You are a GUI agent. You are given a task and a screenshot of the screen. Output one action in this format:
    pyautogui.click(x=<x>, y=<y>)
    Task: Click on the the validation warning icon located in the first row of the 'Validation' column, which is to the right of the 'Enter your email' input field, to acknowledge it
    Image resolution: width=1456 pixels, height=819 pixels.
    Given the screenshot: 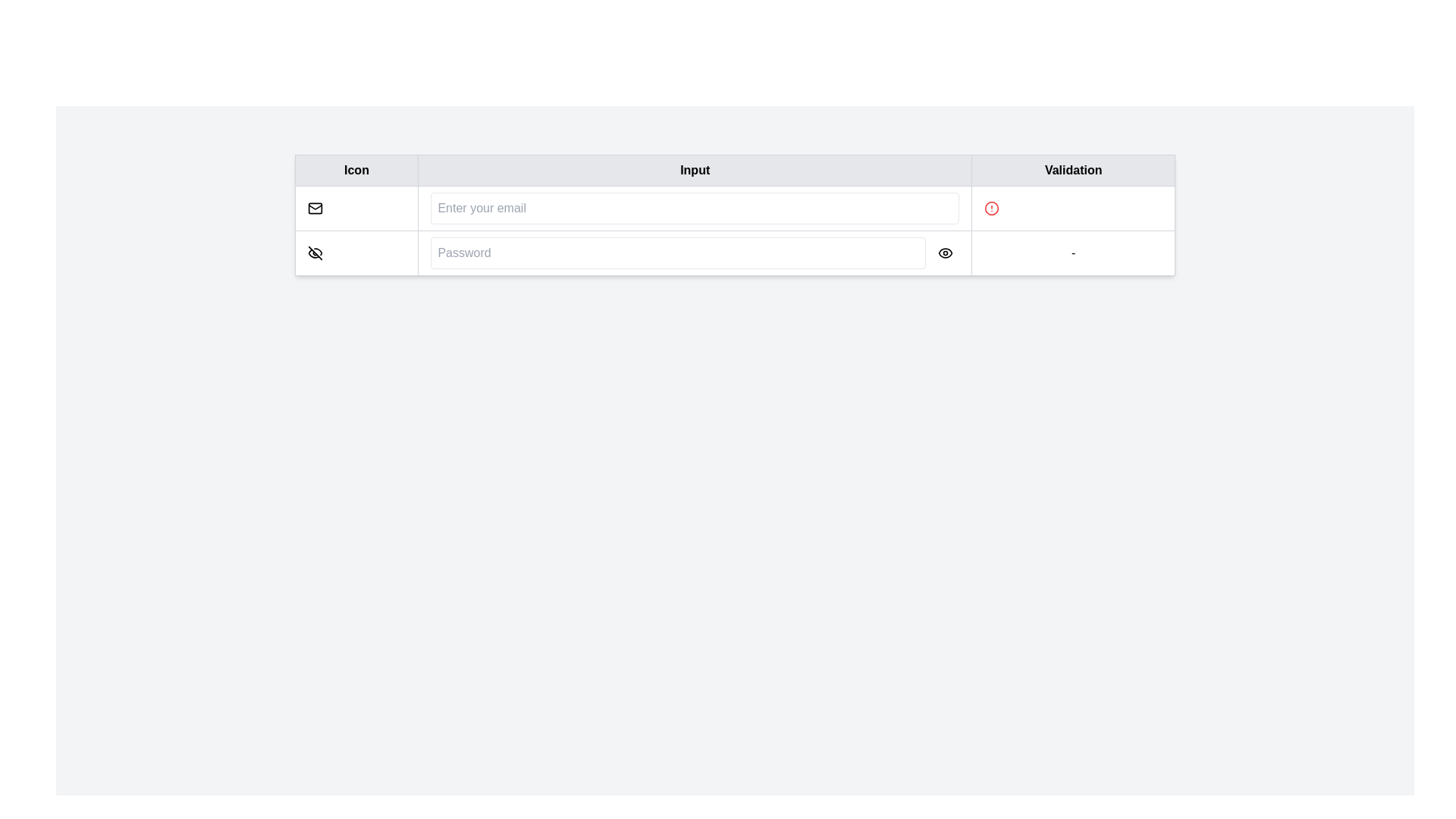 What is the action you would take?
    pyautogui.click(x=991, y=208)
    